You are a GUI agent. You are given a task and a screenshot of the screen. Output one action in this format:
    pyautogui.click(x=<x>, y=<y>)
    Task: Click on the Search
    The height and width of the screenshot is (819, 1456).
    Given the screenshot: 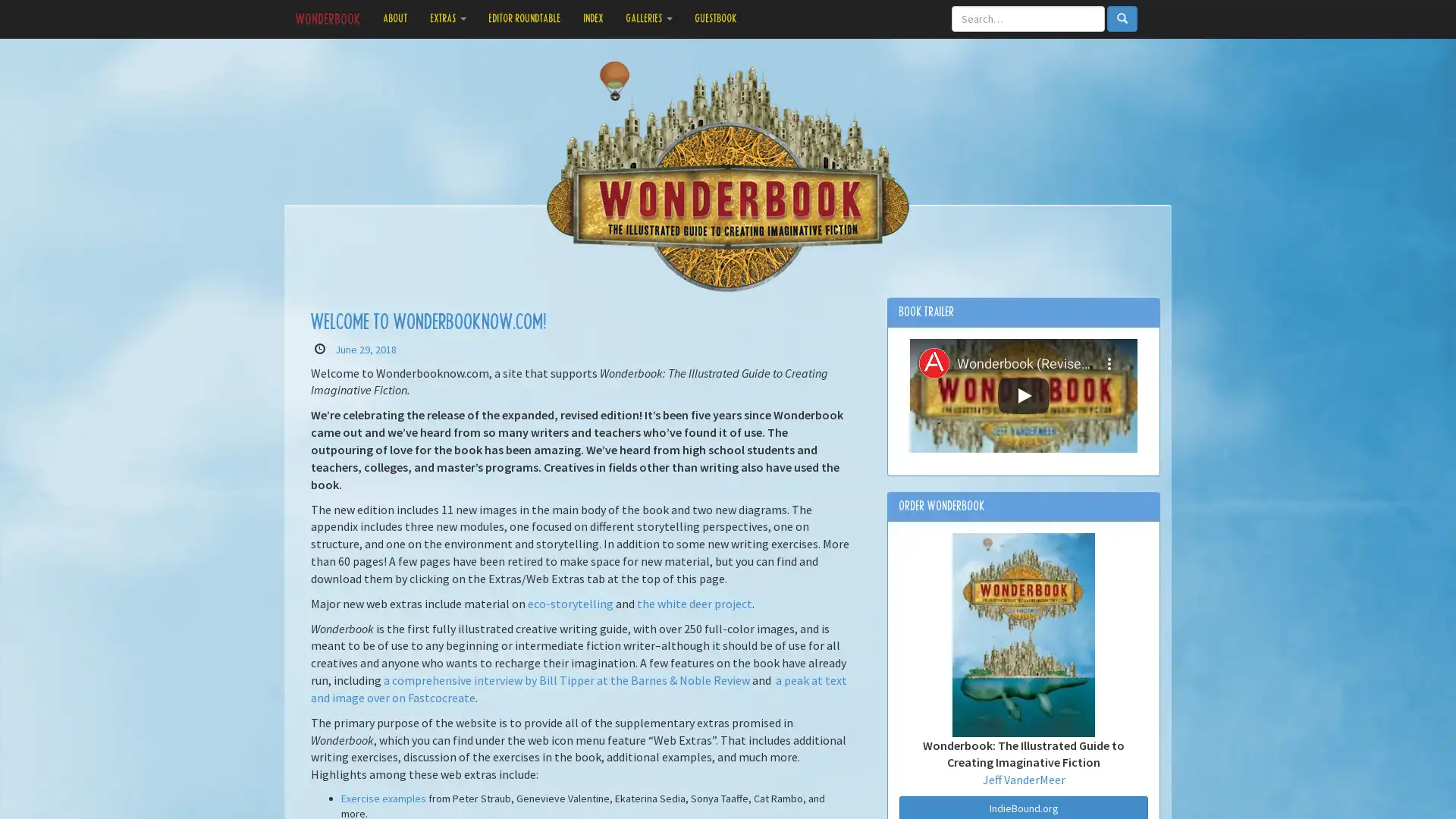 What is the action you would take?
    pyautogui.click(x=1122, y=18)
    